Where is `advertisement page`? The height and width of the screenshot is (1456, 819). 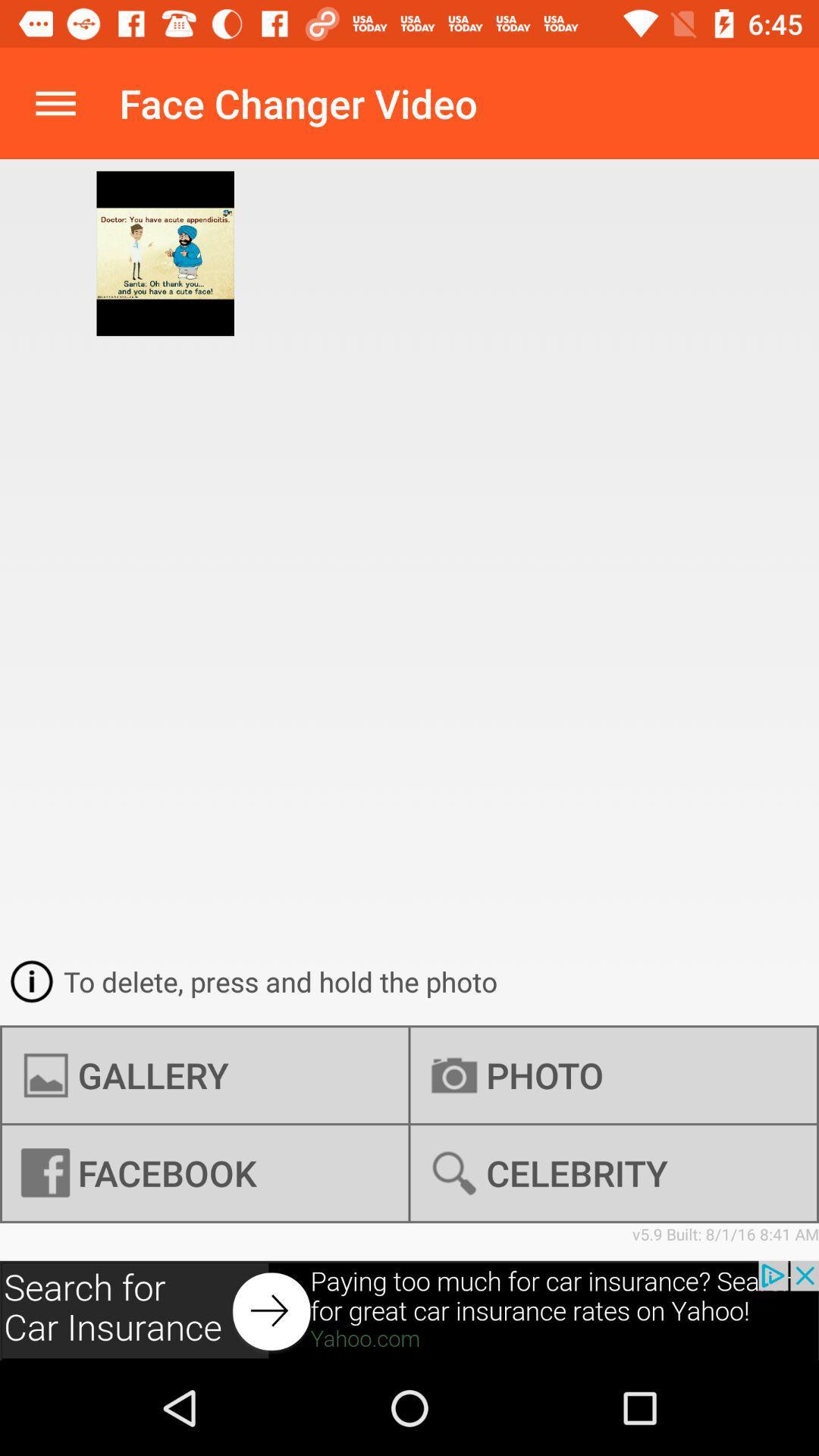
advertisement page is located at coordinates (409, 1310).